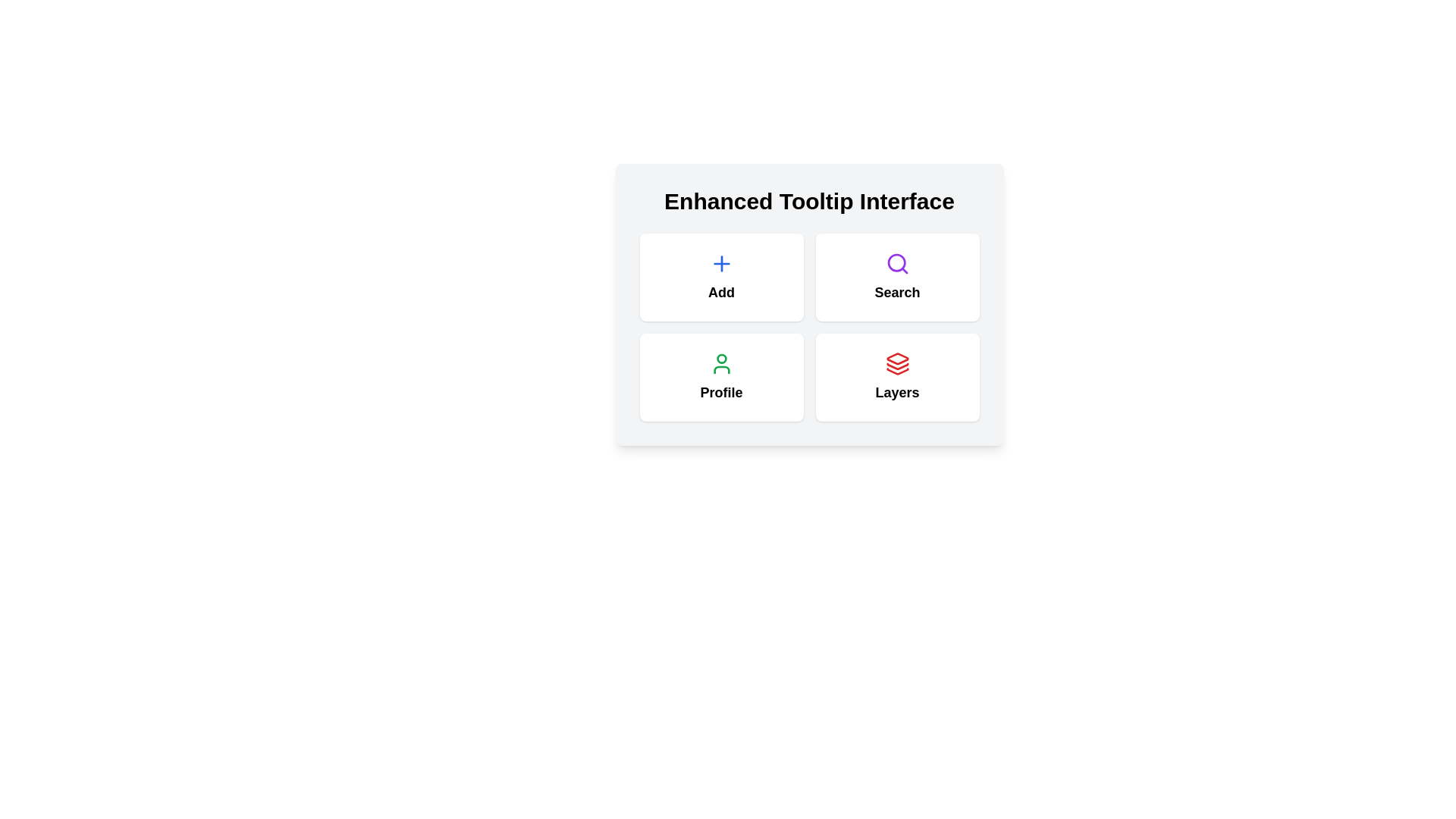  Describe the element at coordinates (897, 292) in the screenshot. I see `'Search' text label located at the bottom of the 'Search' item box, which is styled in bold and positioned in the top-right corner of the grid layout` at that location.